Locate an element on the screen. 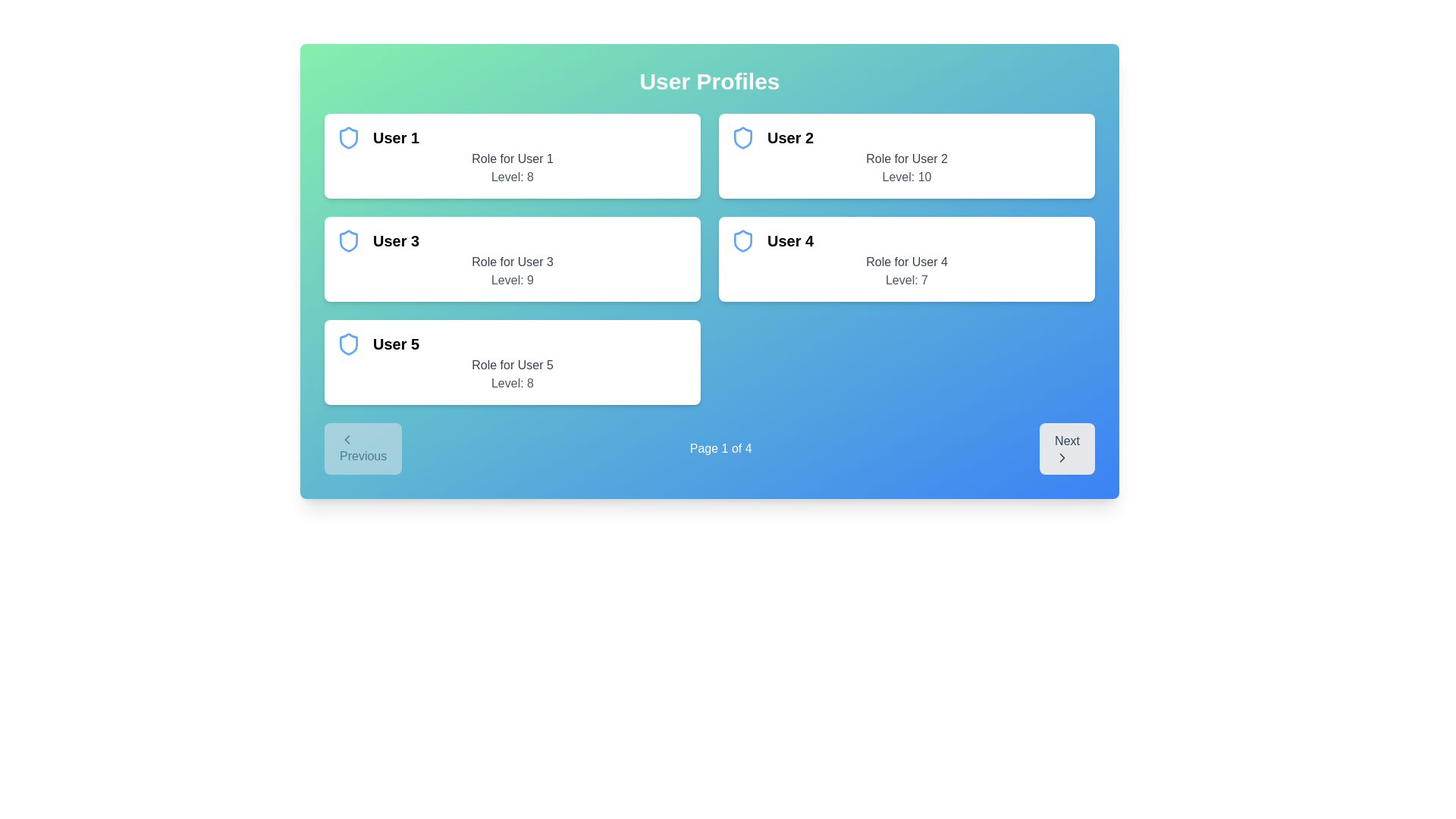  the static text display that shows the role or designation associated with 'User 2', located below the username and above the level information is located at coordinates (906, 158).